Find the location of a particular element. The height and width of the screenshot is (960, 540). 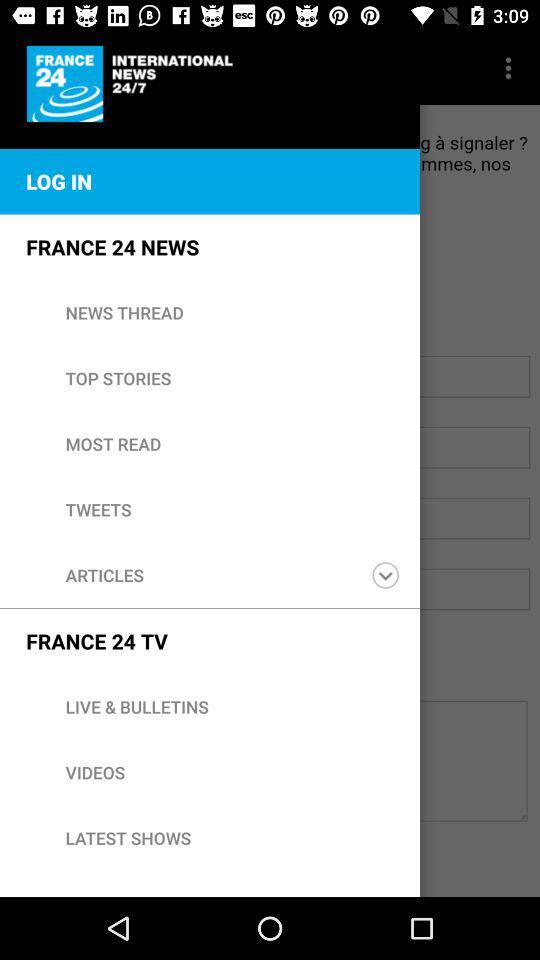

the down arrow button to the right side of articles is located at coordinates (385, 575).